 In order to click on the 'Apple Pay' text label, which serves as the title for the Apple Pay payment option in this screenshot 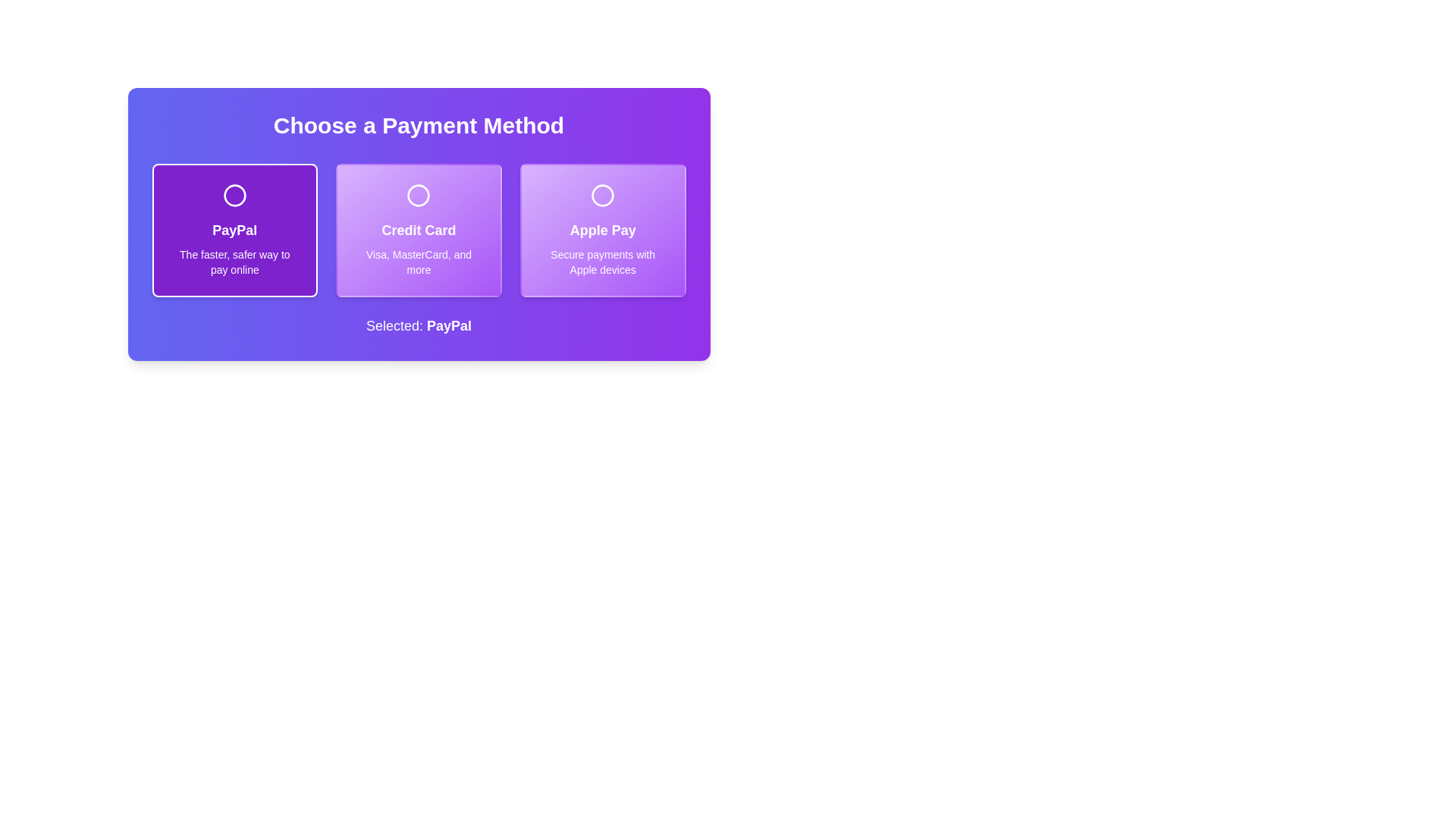, I will do `click(602, 231)`.